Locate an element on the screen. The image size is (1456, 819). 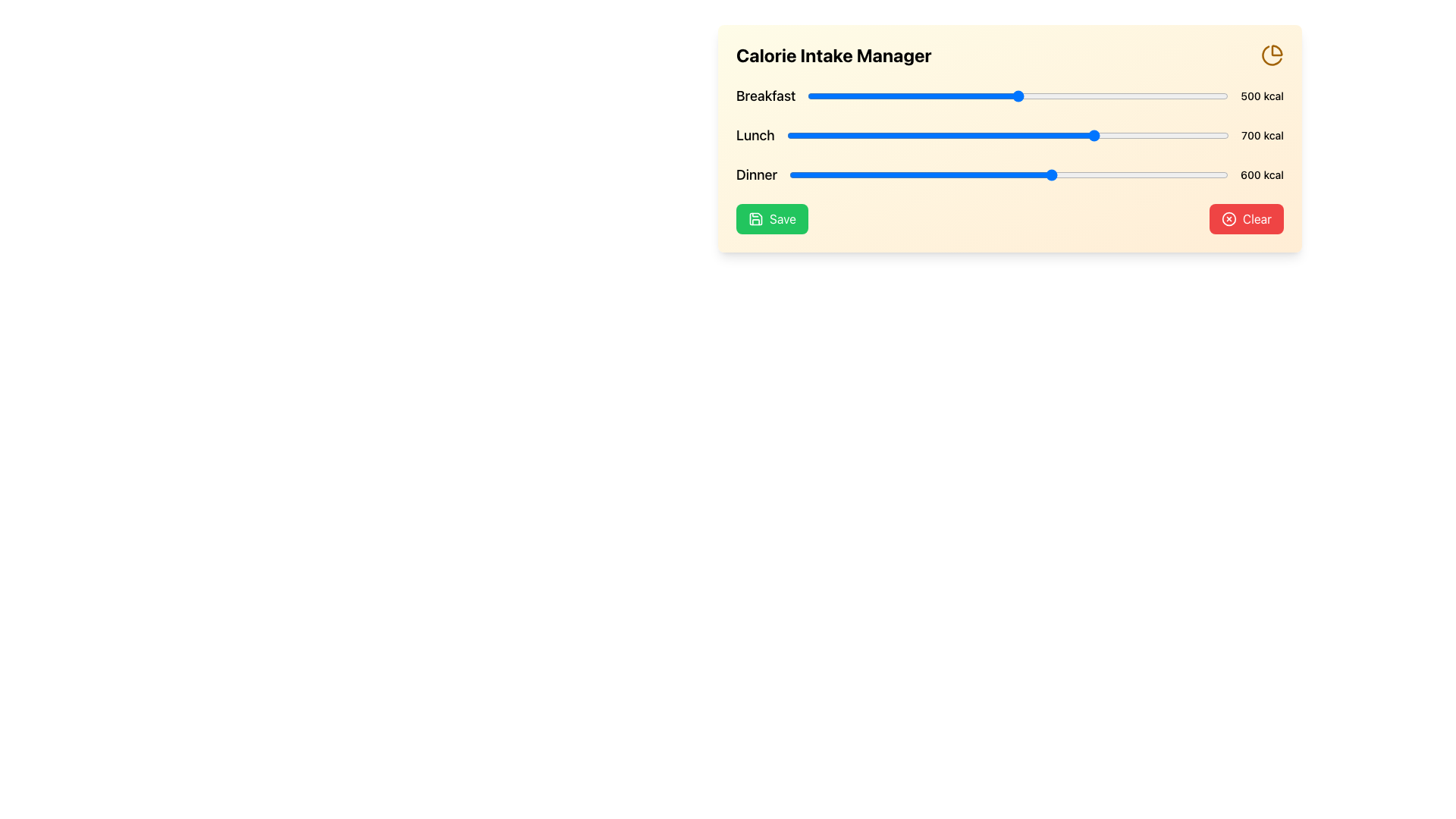
the breakfast calorie intake is located at coordinates (1037, 96).